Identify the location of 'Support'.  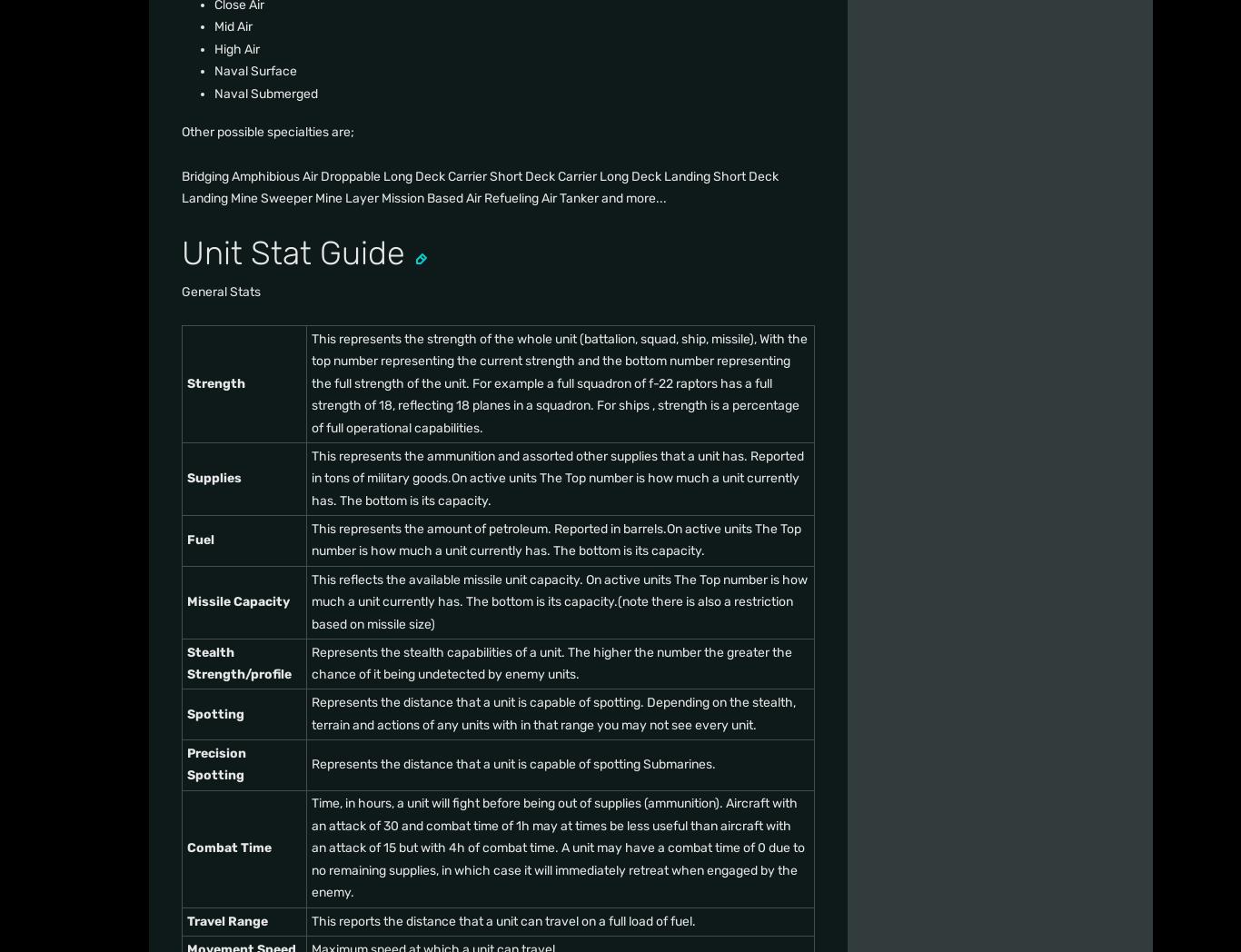
(660, 257).